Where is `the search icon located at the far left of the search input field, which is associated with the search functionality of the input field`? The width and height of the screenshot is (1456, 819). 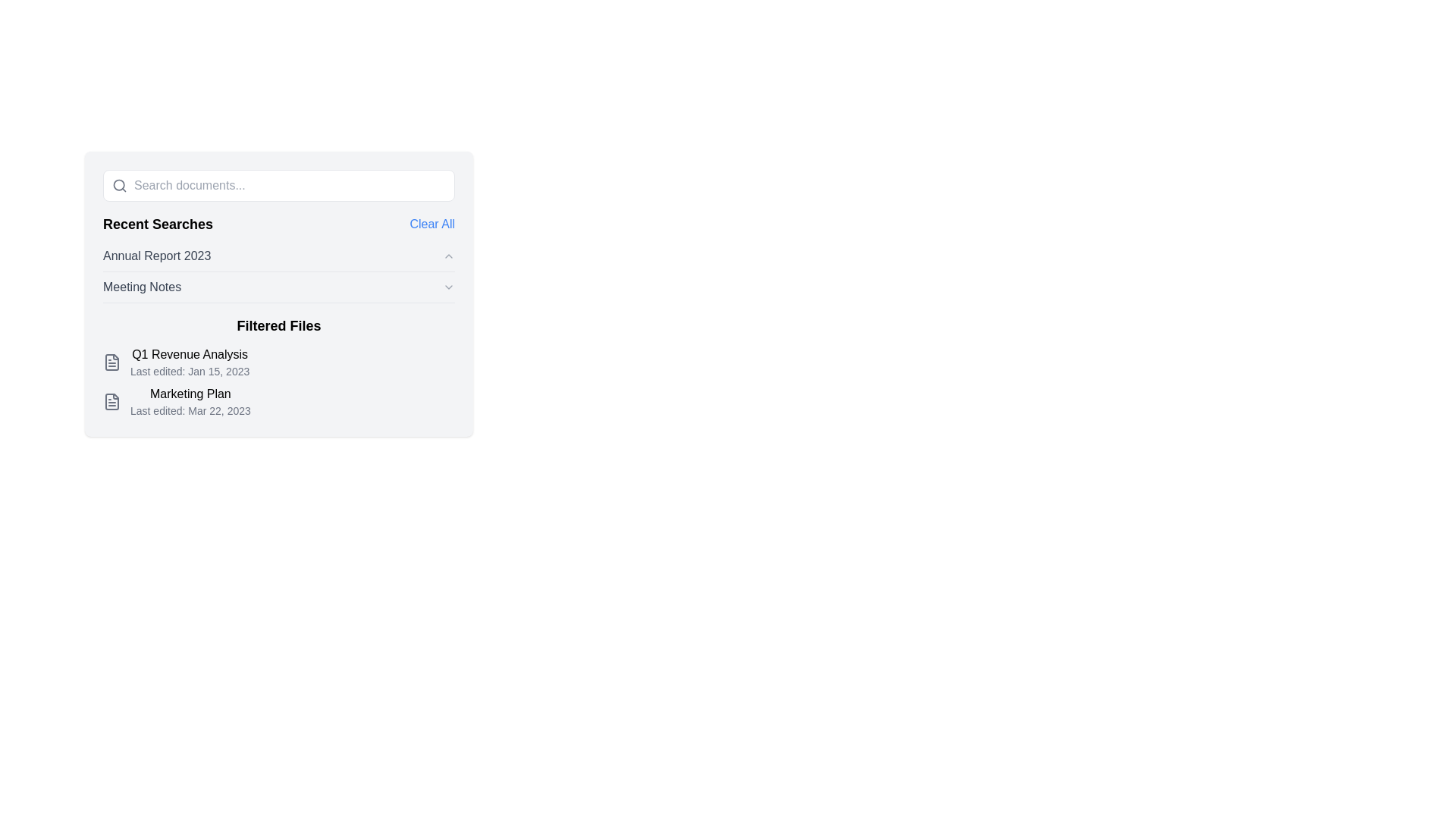 the search icon located at the far left of the search input field, which is associated with the search functionality of the input field is located at coordinates (115, 185).